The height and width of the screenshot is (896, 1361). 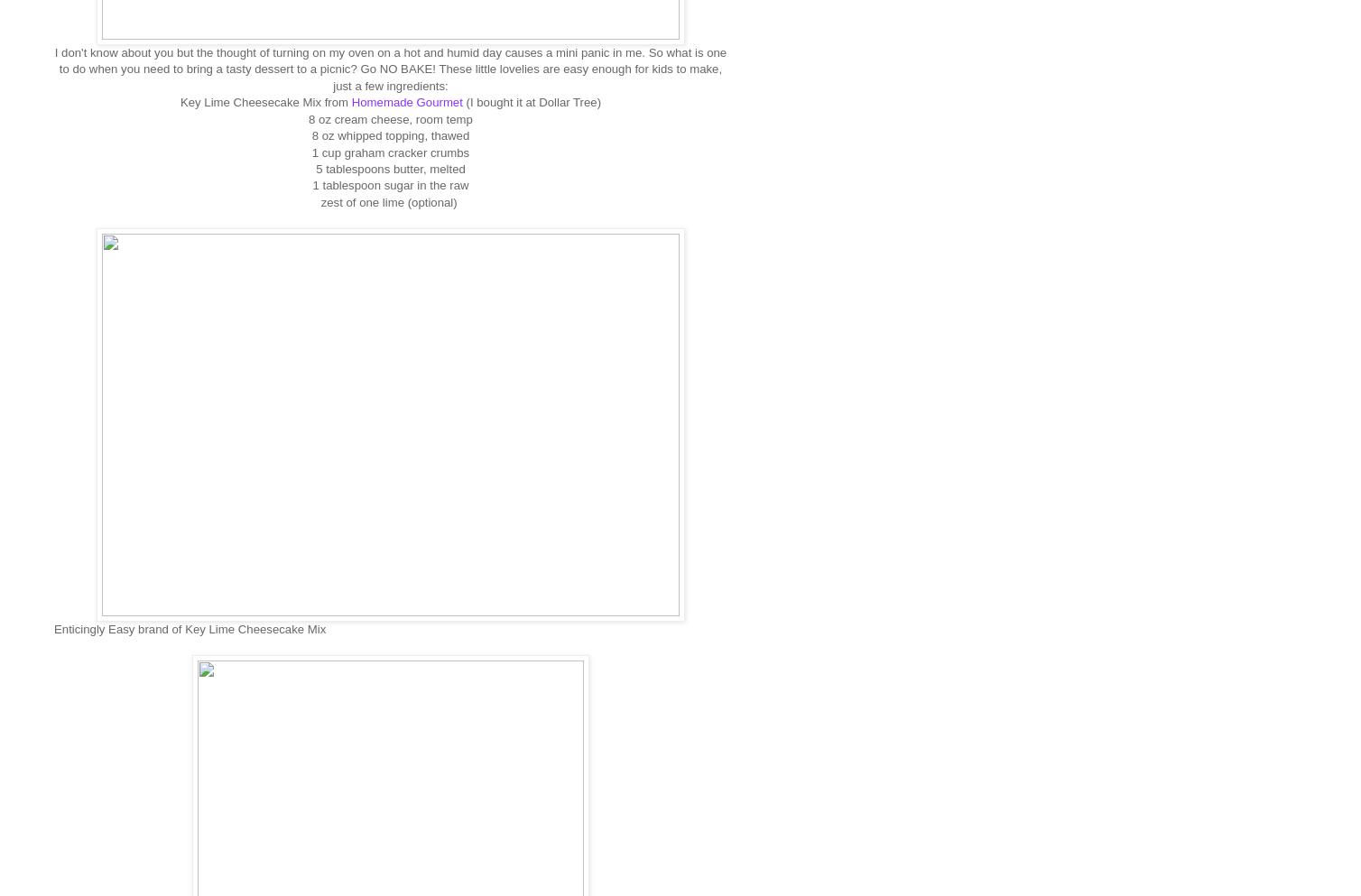 What do you see at coordinates (310, 185) in the screenshot?
I see `'1 tablespoon sugar in the raw'` at bounding box center [310, 185].